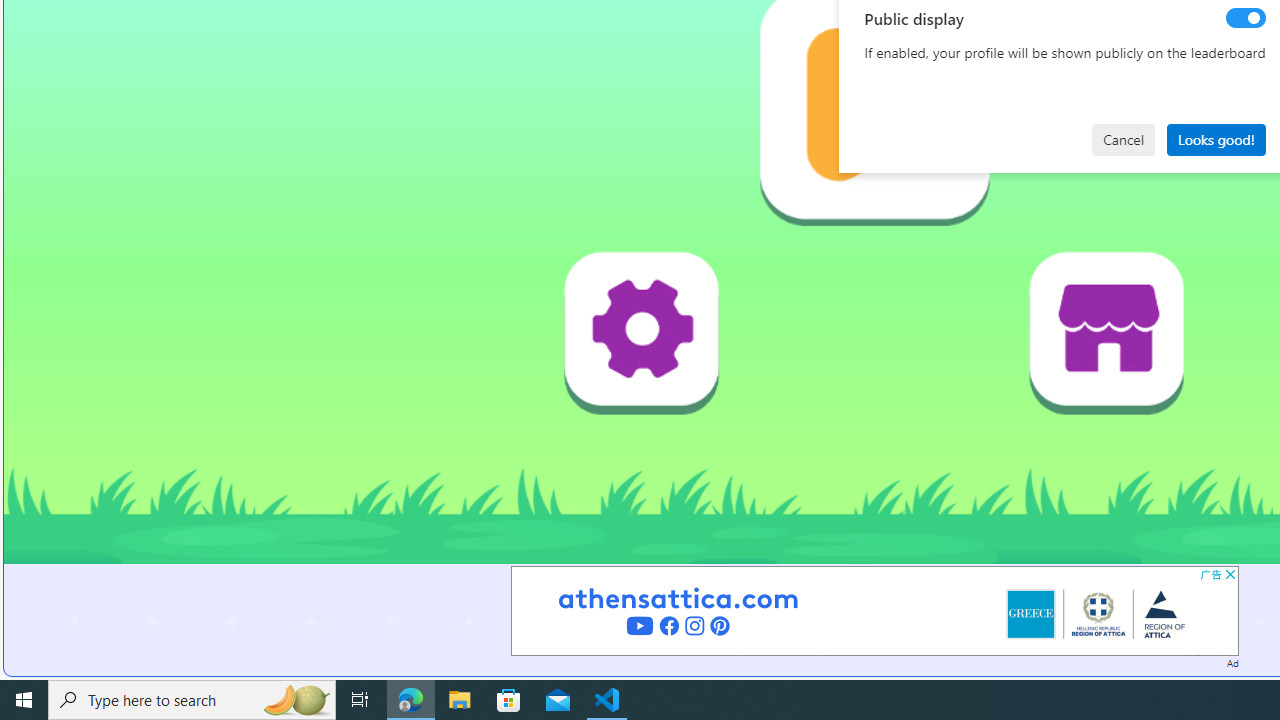 The width and height of the screenshot is (1280, 720). Describe the element at coordinates (1123, 138) in the screenshot. I see `'Cancel'` at that location.